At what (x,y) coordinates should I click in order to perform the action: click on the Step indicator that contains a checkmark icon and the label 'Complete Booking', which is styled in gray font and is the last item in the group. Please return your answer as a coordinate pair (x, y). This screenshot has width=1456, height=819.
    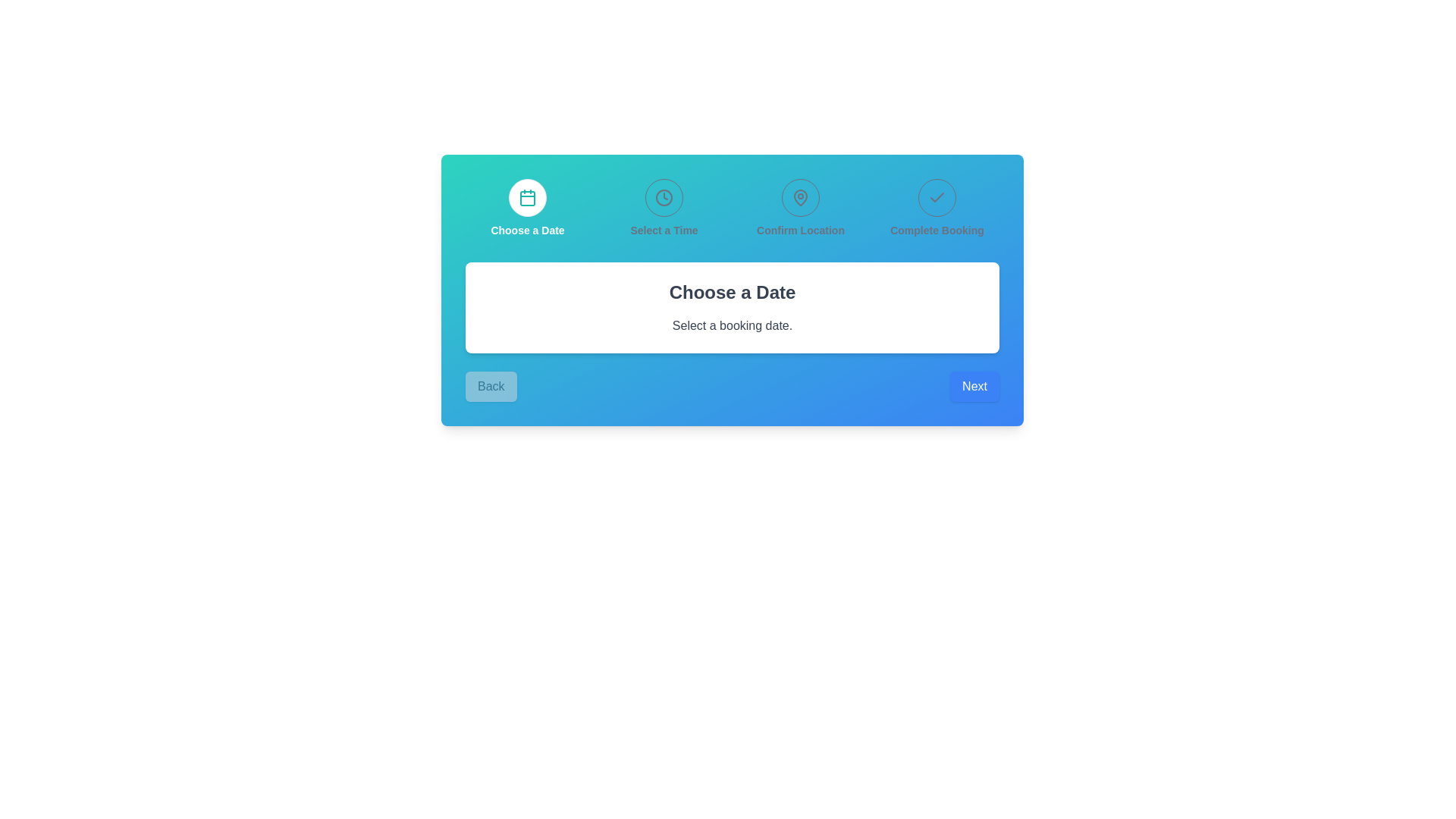
    Looking at the image, I should click on (937, 208).